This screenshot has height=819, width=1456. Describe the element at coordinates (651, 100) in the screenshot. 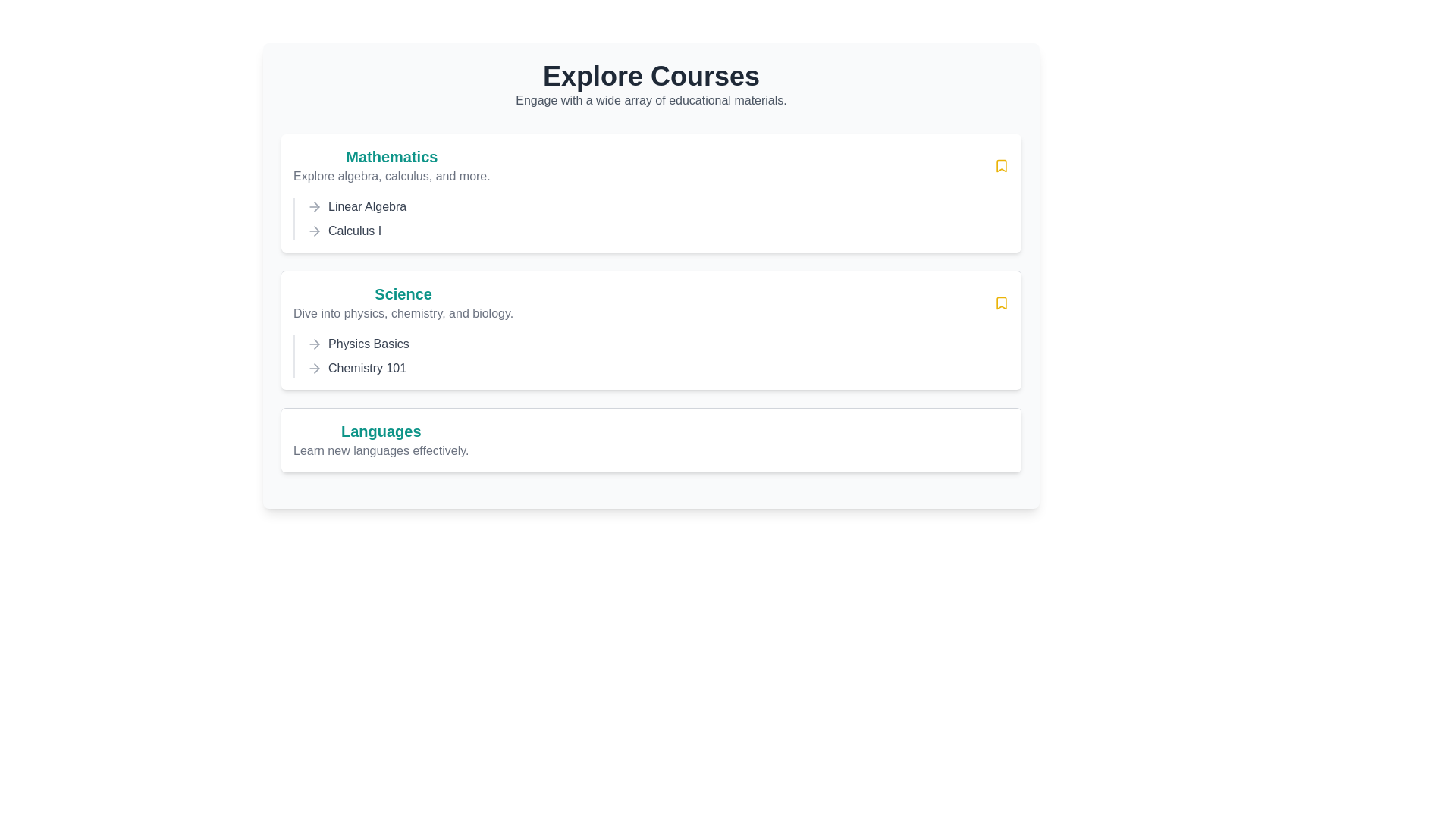

I see `description text located beneath the 'Explore Courses' heading, which serves as additional context for the courses listed below` at that location.